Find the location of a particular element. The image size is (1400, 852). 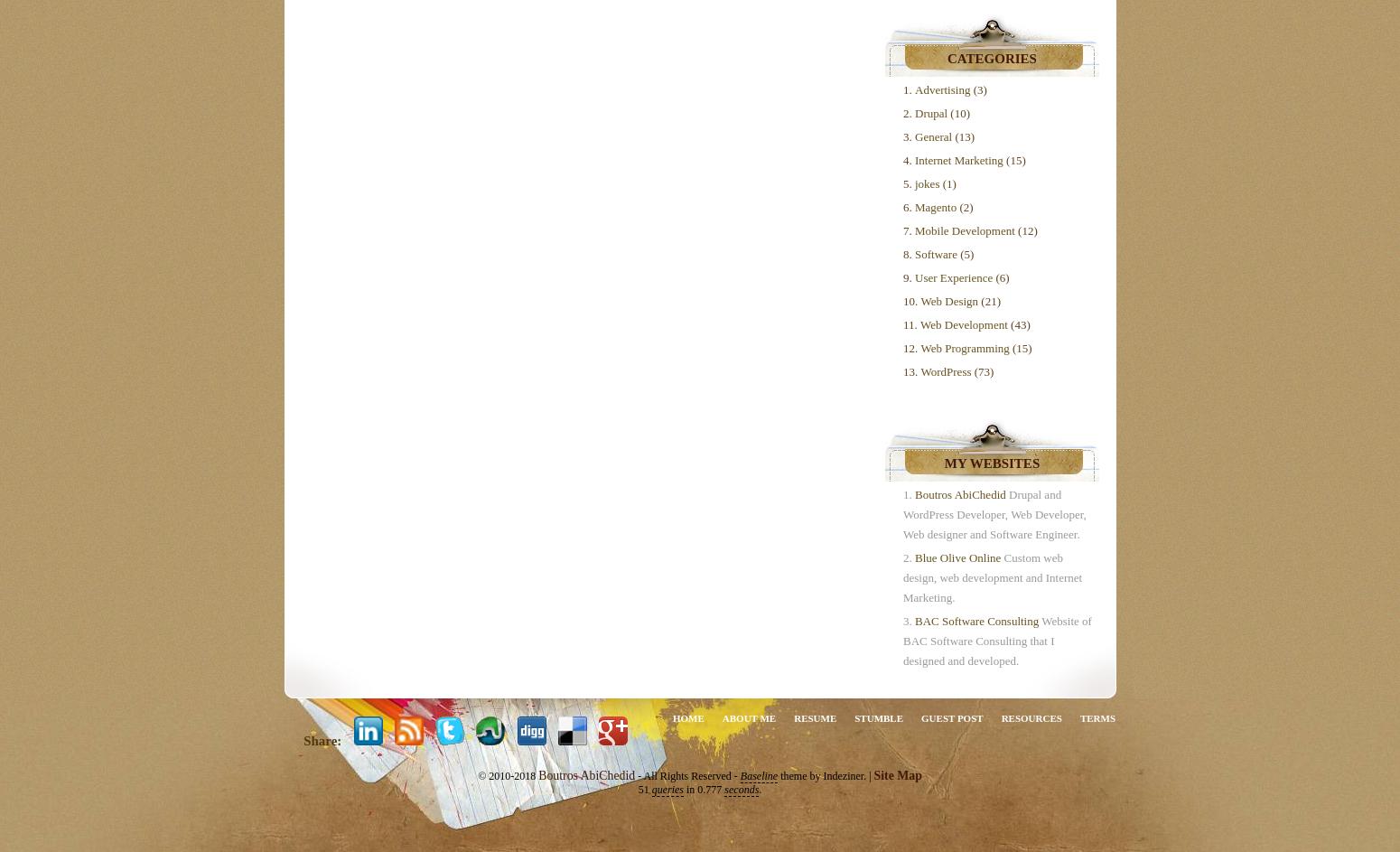

'.' is located at coordinates (759, 789).